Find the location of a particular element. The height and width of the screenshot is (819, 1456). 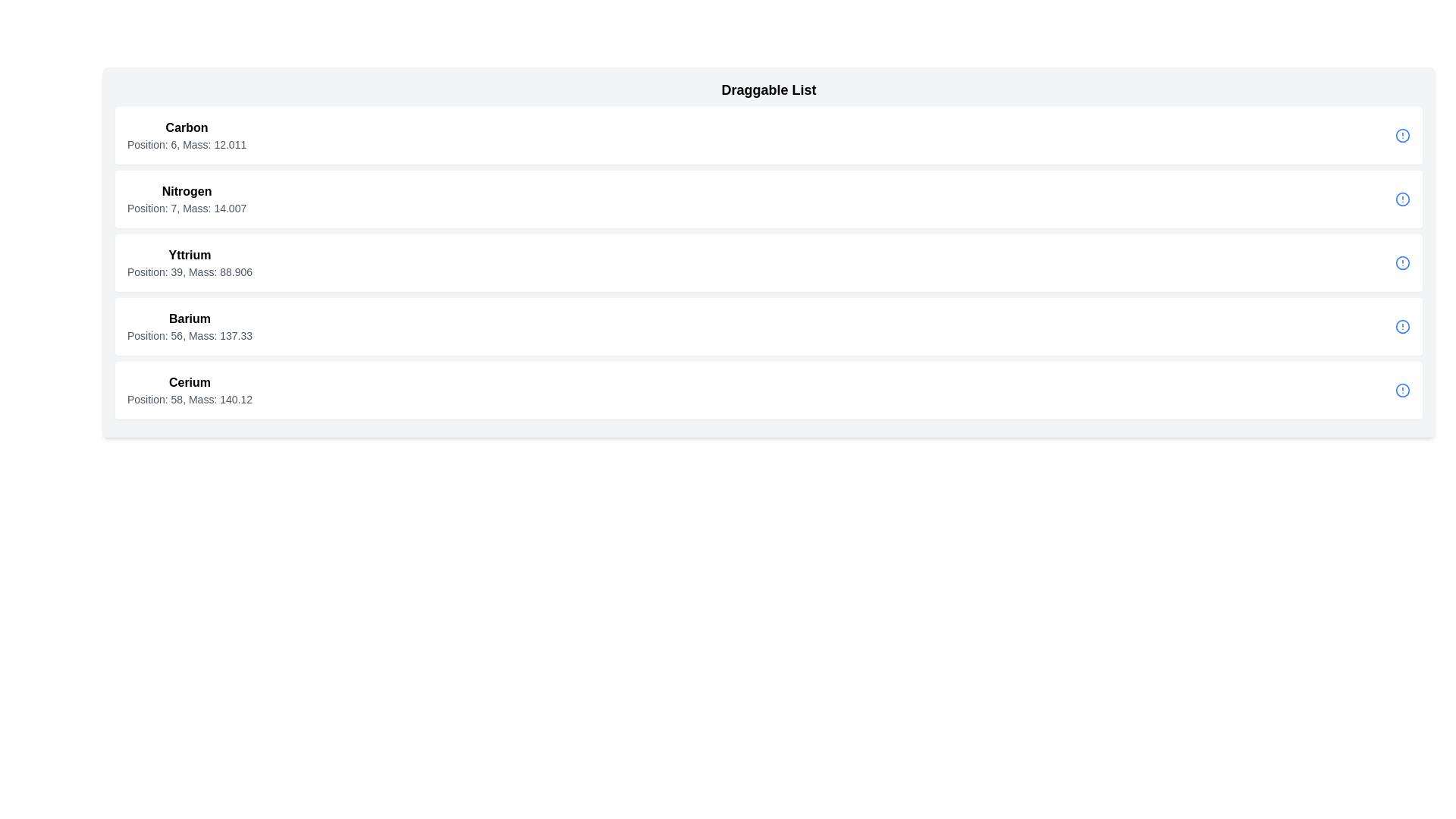

the list item displaying 'Cerium' with additional details 'Position: 58, Mass: 140.12' is located at coordinates (768, 390).